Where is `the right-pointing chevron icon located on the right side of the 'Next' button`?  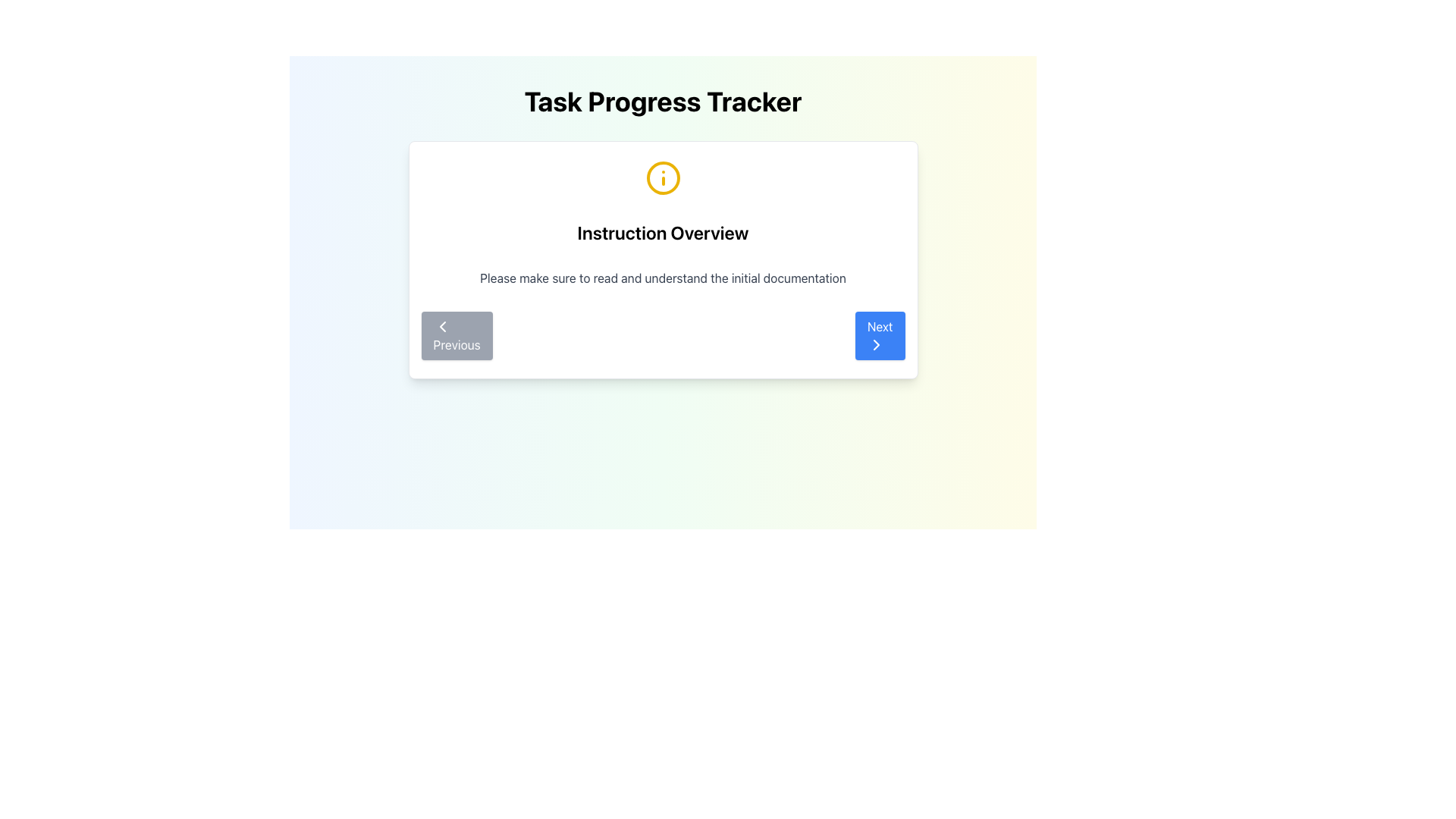 the right-pointing chevron icon located on the right side of the 'Next' button is located at coordinates (876, 345).